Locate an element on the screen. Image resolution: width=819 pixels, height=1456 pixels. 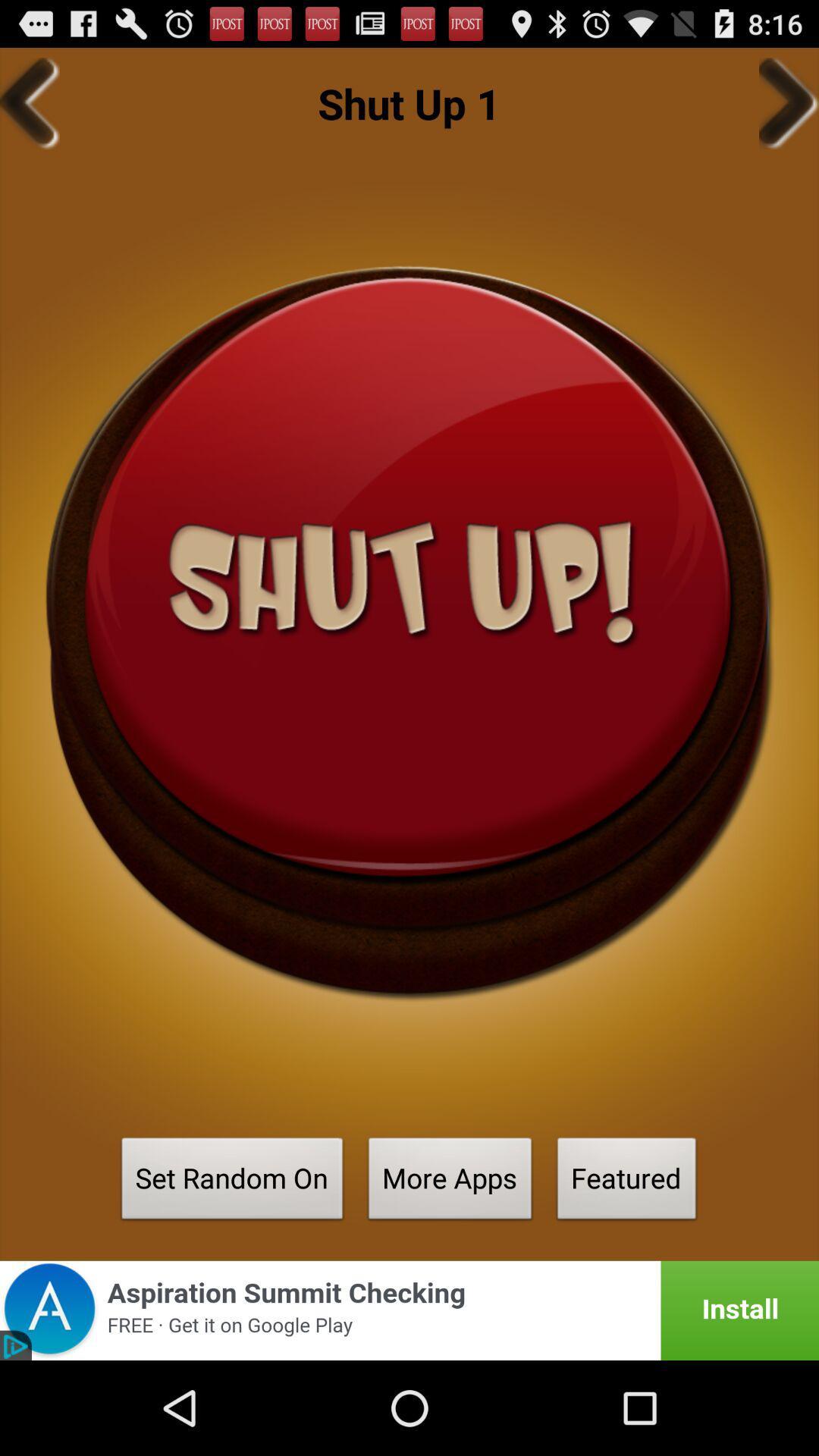
the set random on icon is located at coordinates (232, 1182).